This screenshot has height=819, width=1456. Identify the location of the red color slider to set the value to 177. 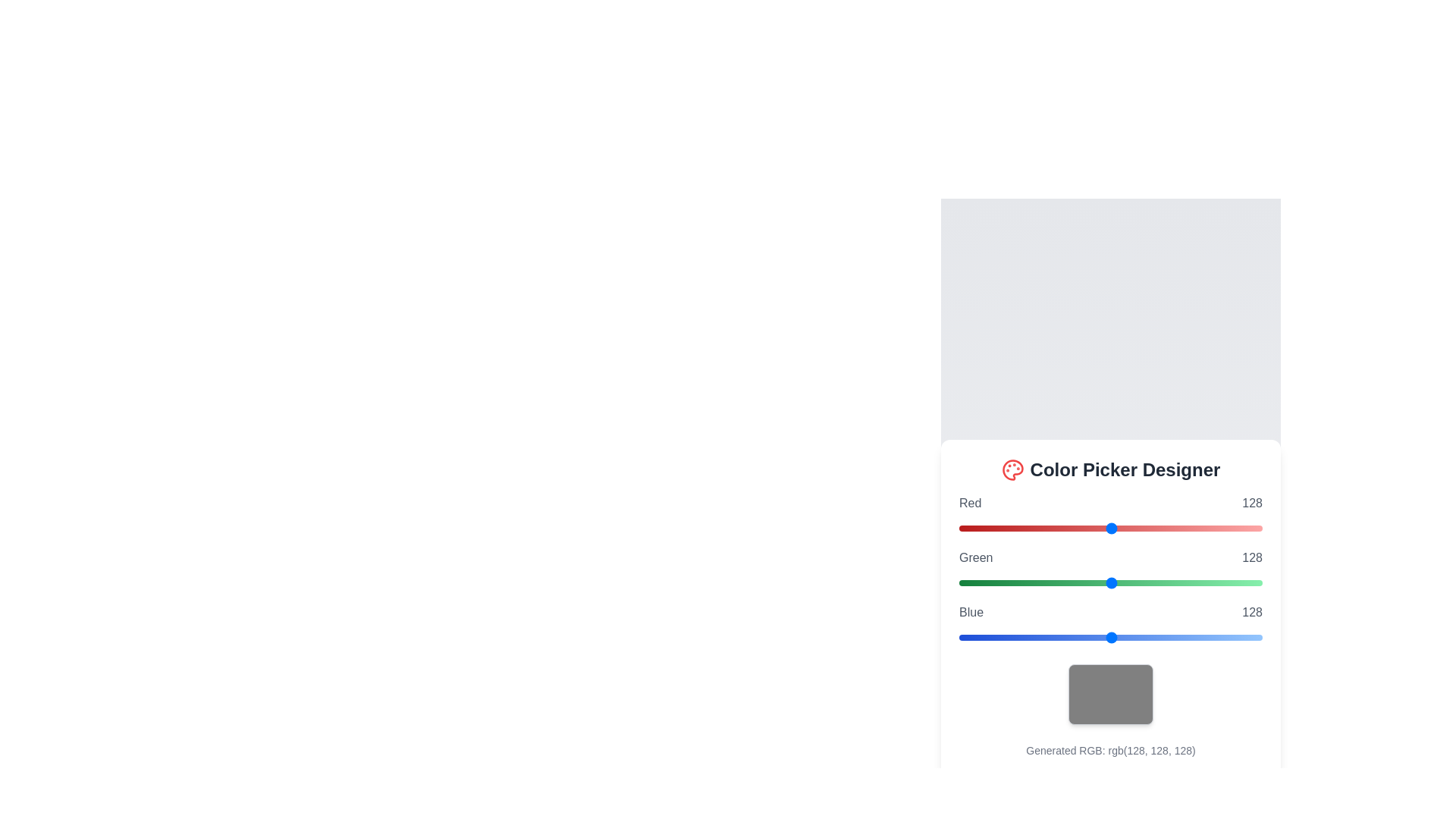
(1169, 528).